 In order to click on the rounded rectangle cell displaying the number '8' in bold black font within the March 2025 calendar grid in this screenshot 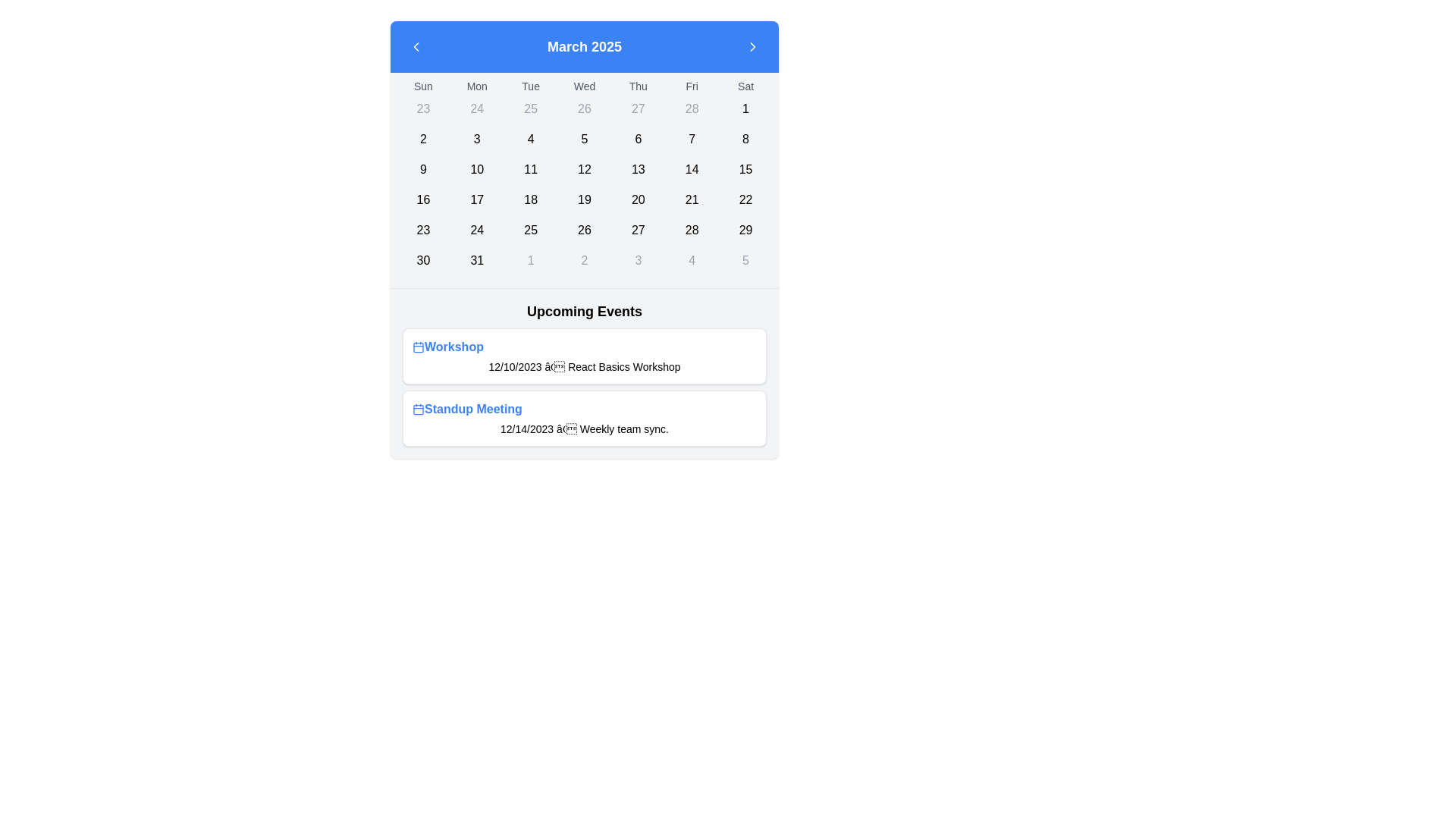, I will do `click(745, 140)`.